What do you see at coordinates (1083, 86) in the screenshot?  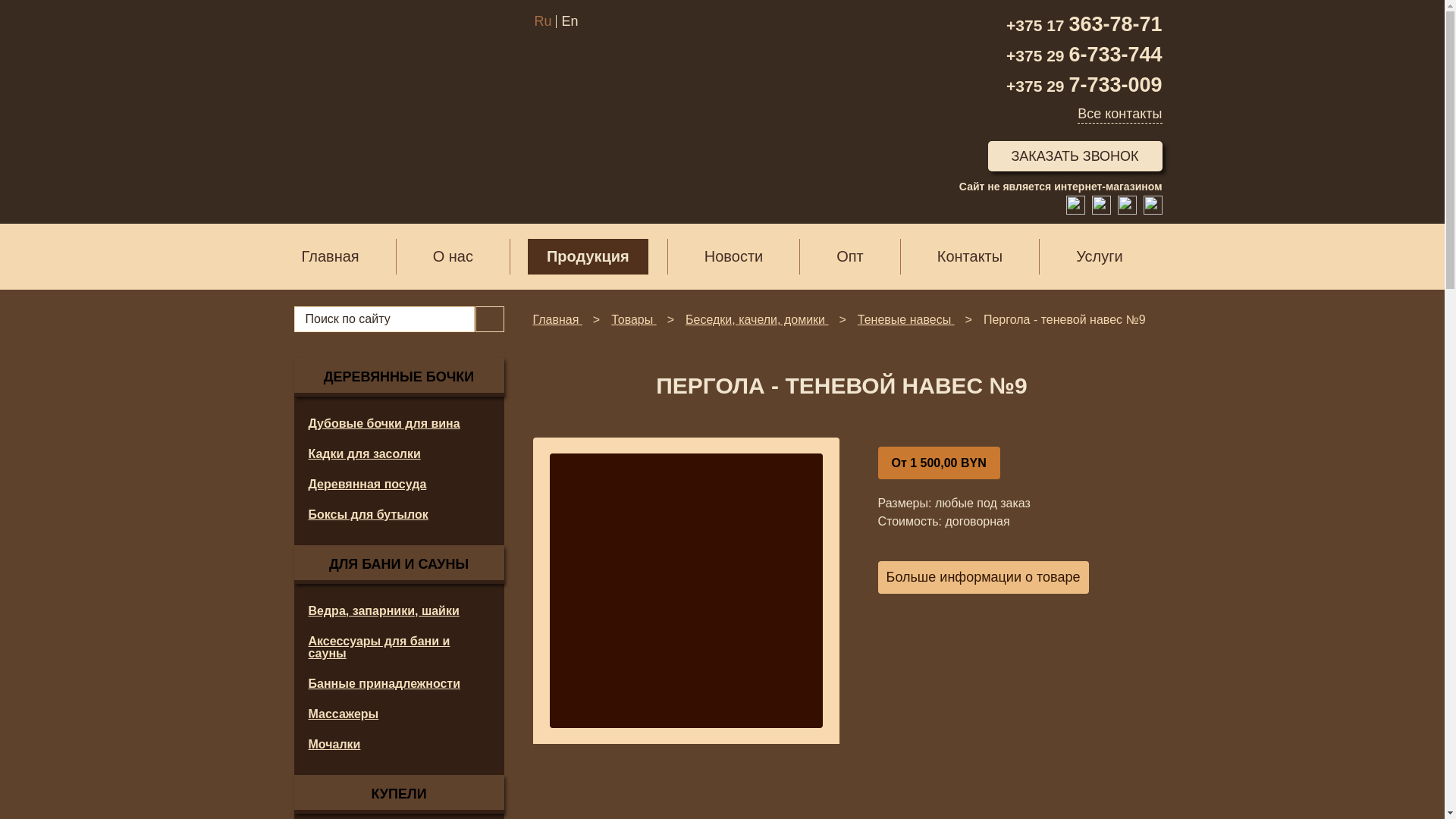 I see `'+375 29 7-733-009'` at bounding box center [1083, 86].